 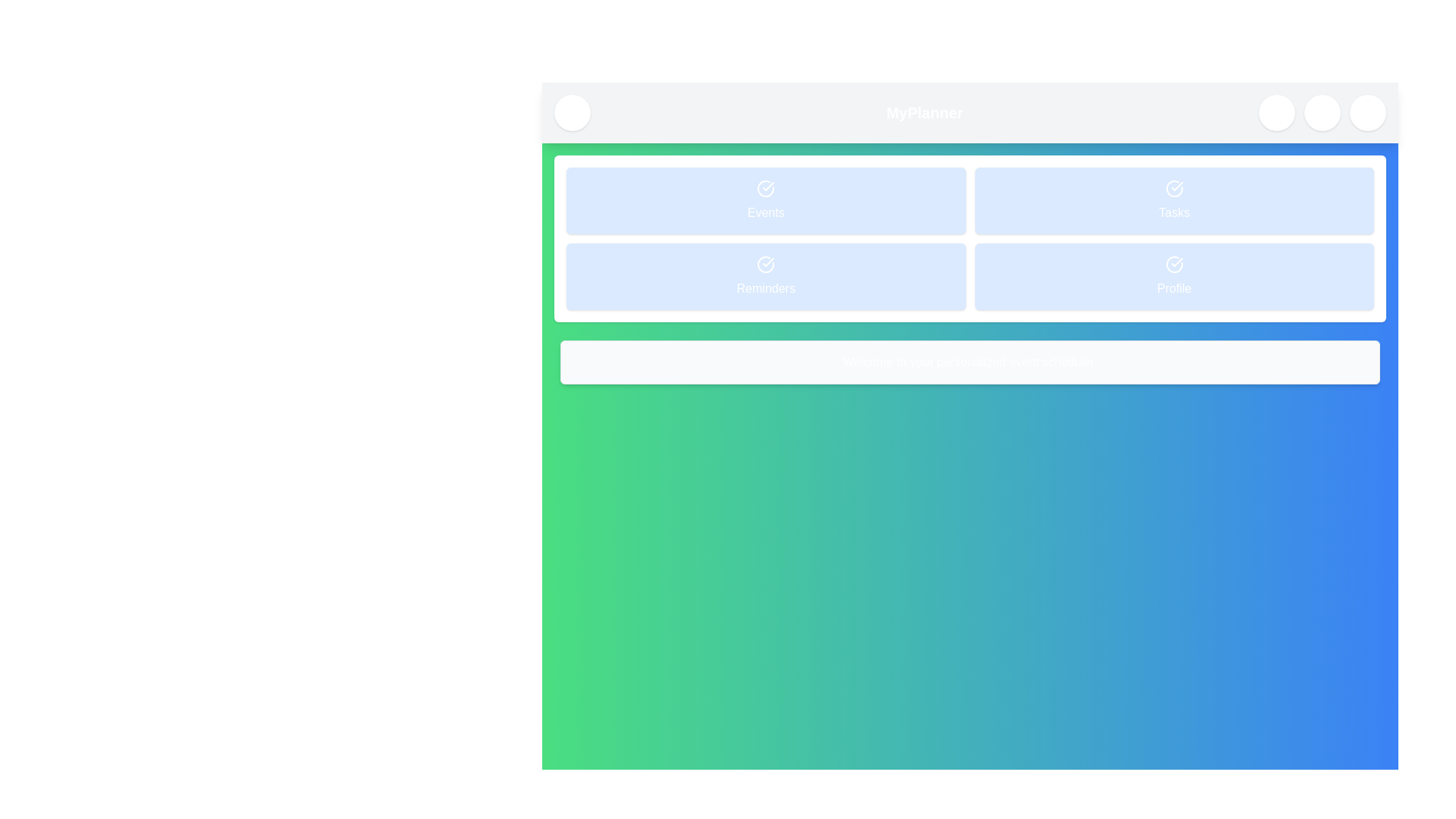 What do you see at coordinates (924, 112) in the screenshot?
I see `the header text 'MyPlanner'` at bounding box center [924, 112].